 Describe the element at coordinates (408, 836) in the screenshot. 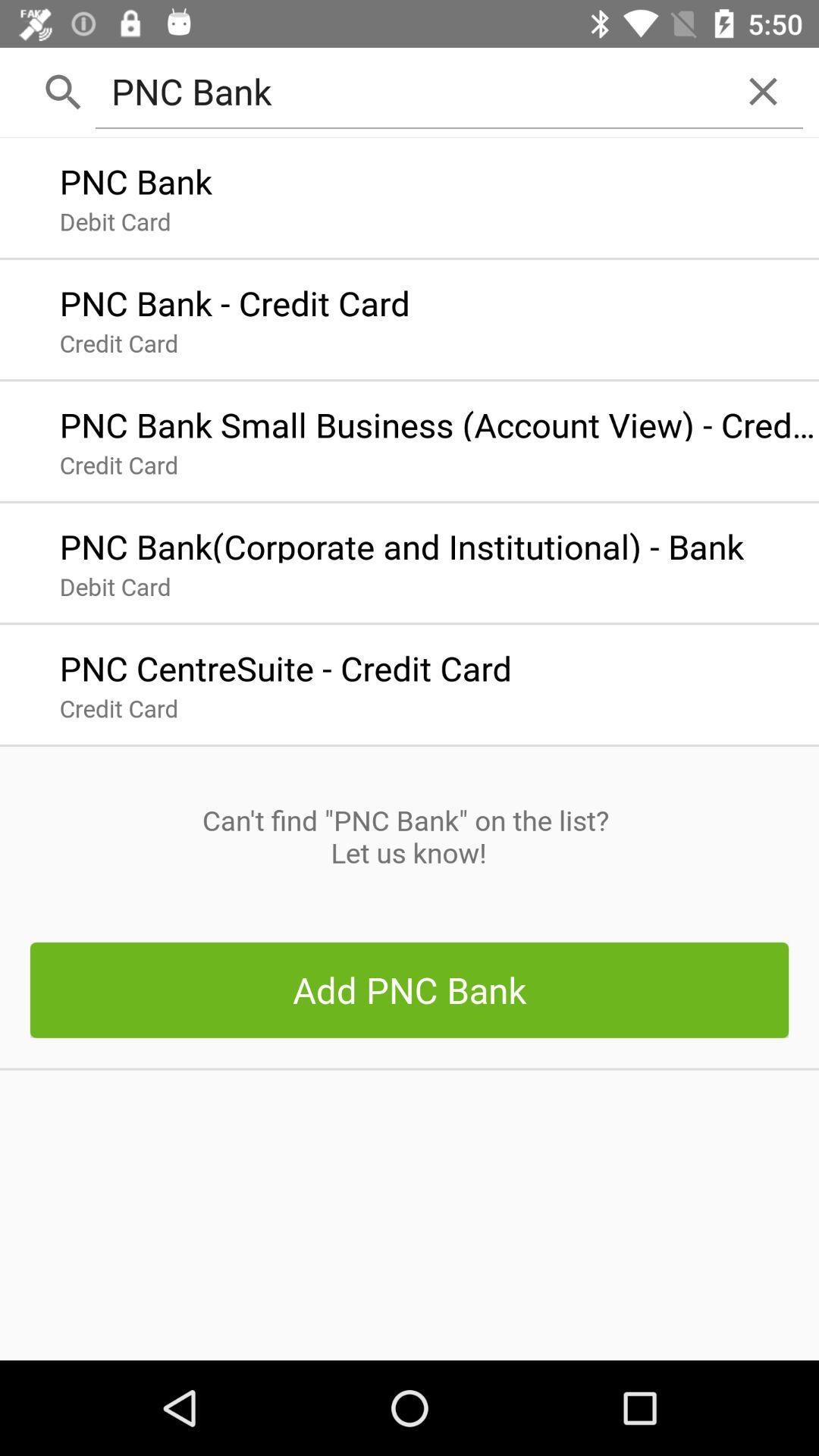

I see `the can t find item` at that location.